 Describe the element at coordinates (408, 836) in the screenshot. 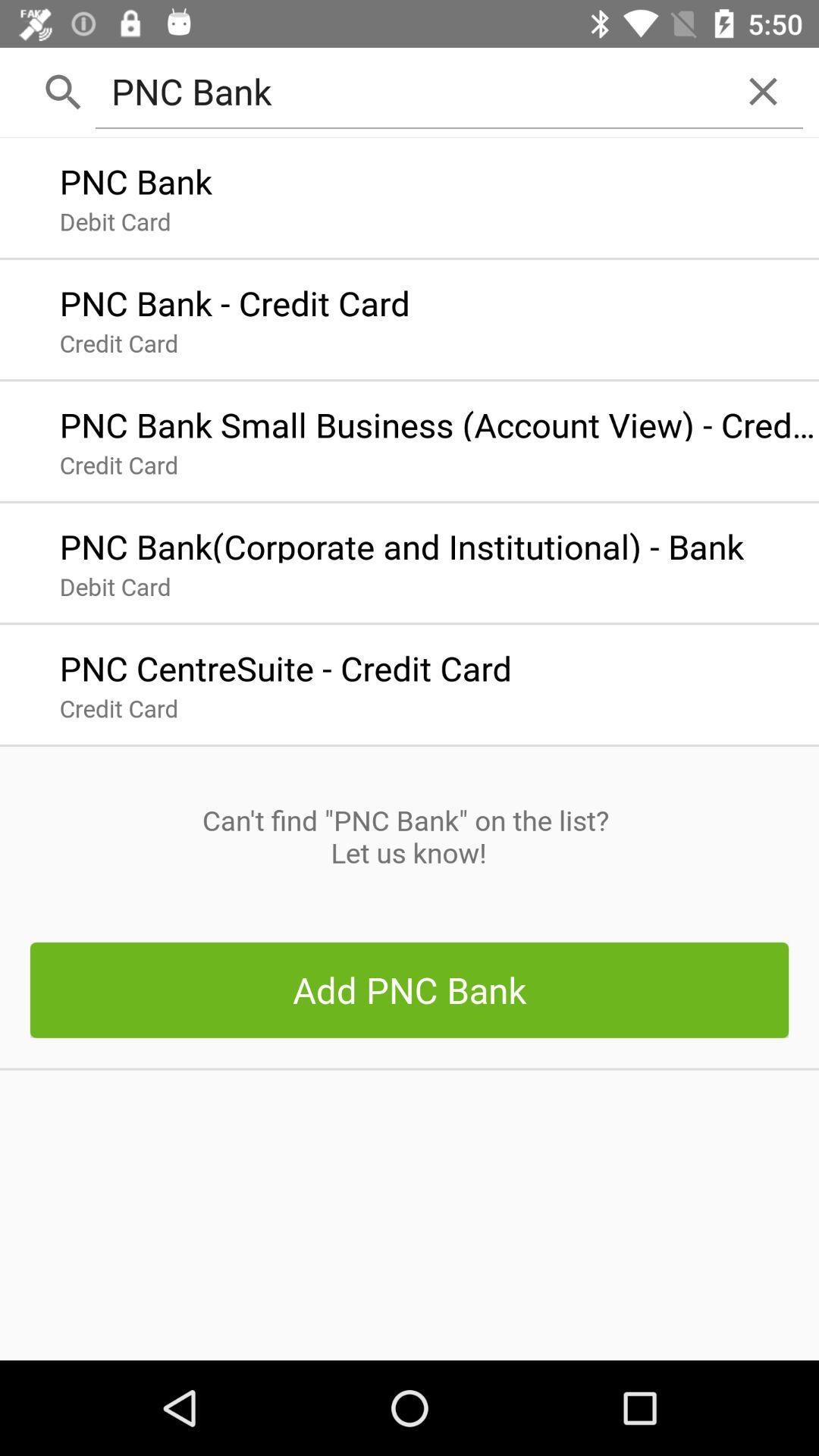

I see `the can t find item` at that location.